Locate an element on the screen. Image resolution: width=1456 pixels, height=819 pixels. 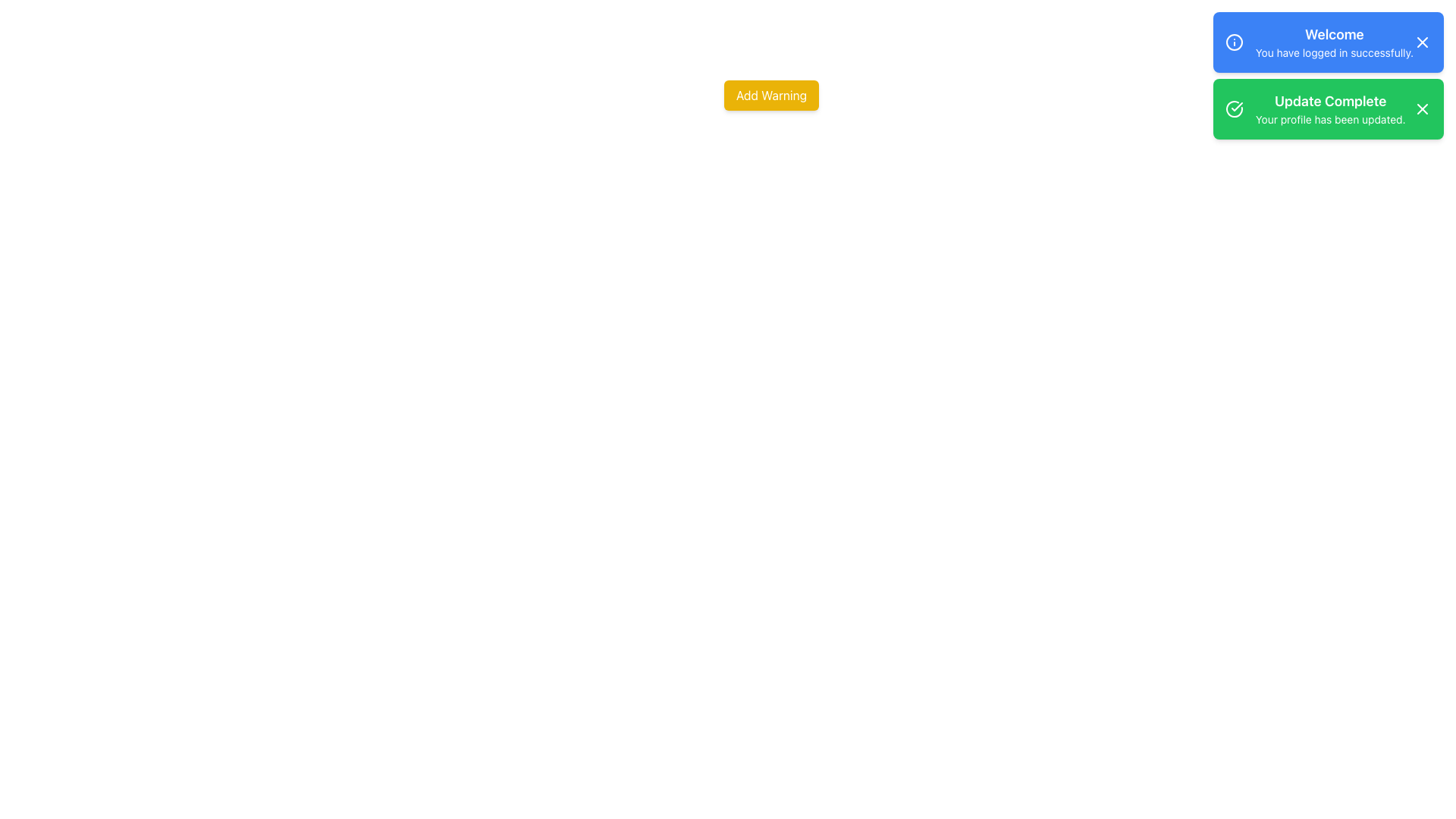
the close ('X') icon button located at the rightmost end of the blue notification banner is located at coordinates (1422, 42).